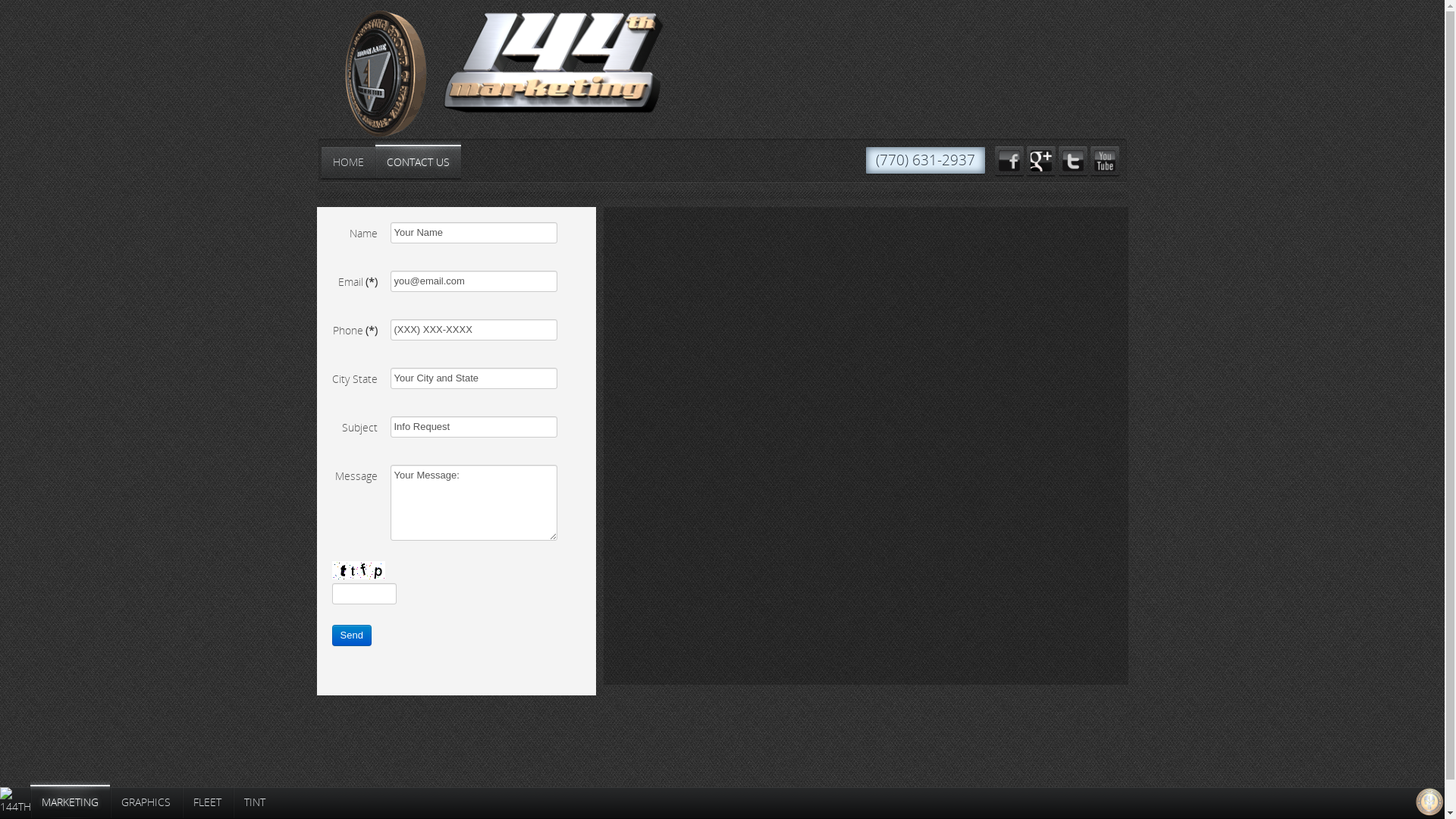  I want to click on '144th 3D Coin', so click(371, 77).